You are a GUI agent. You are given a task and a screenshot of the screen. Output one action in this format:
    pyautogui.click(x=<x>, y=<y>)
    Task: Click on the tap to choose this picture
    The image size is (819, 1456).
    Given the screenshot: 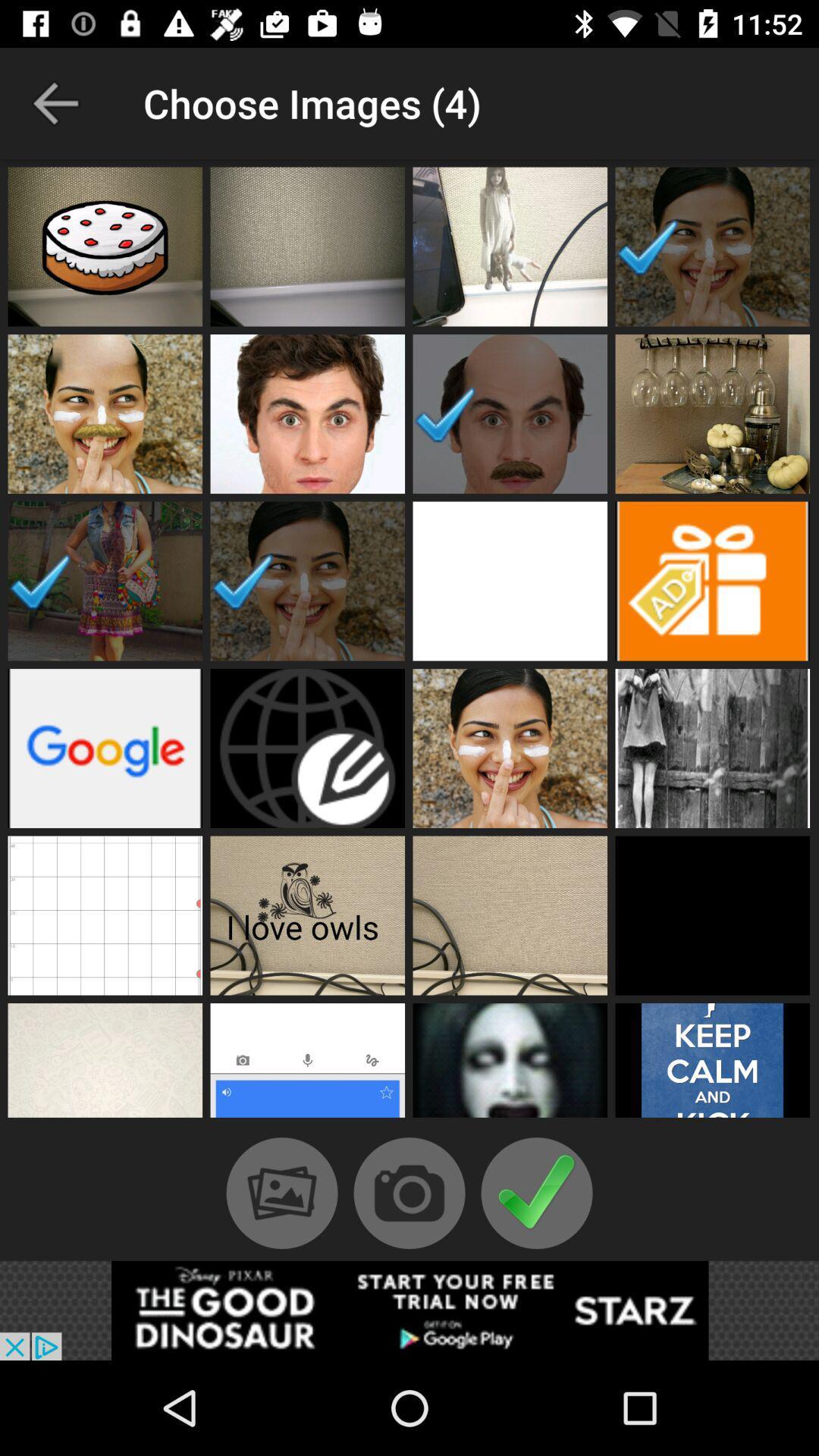 What is the action you would take?
    pyautogui.click(x=307, y=246)
    